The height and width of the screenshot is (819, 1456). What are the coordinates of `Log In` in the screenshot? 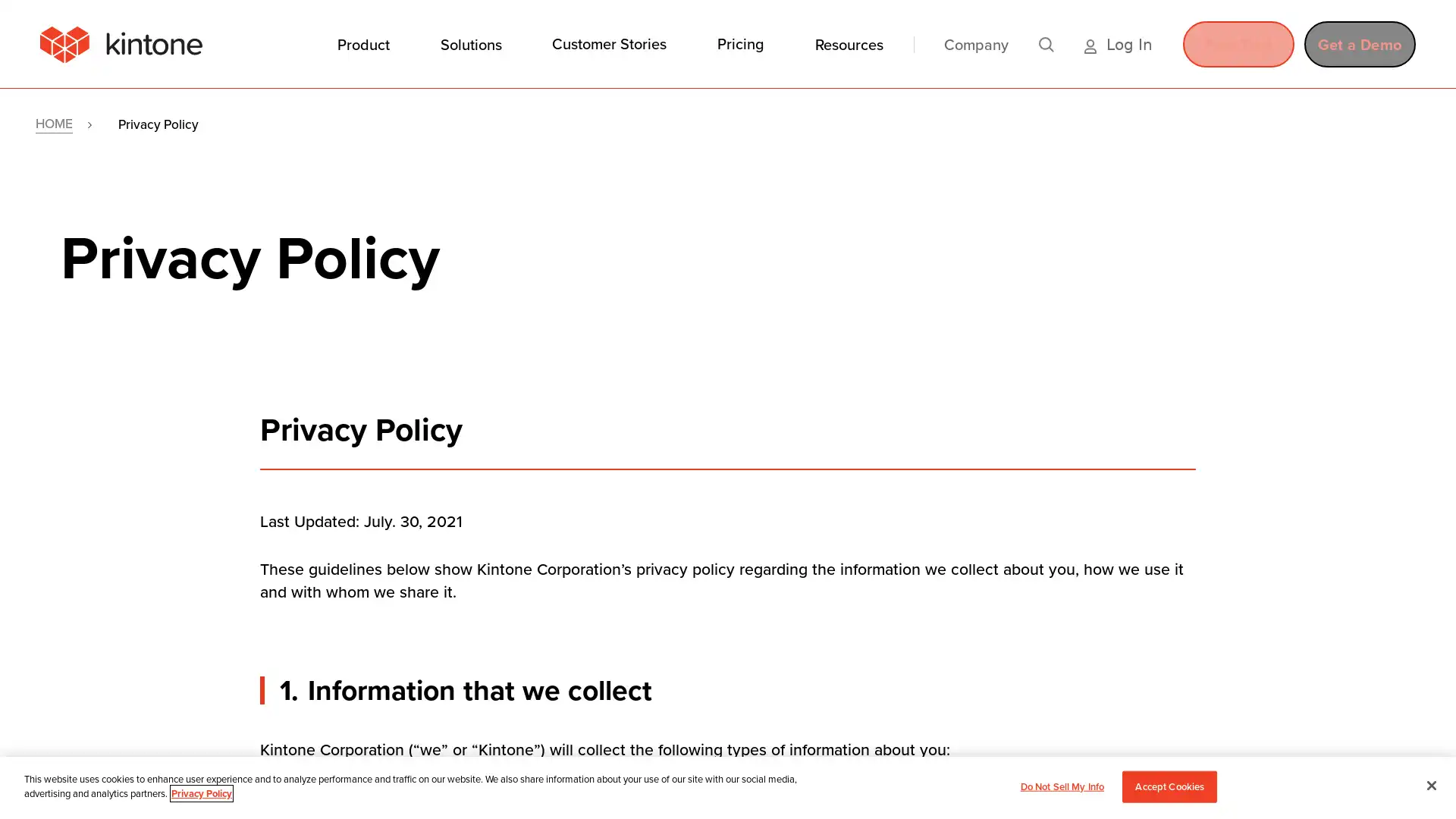 It's located at (1118, 42).